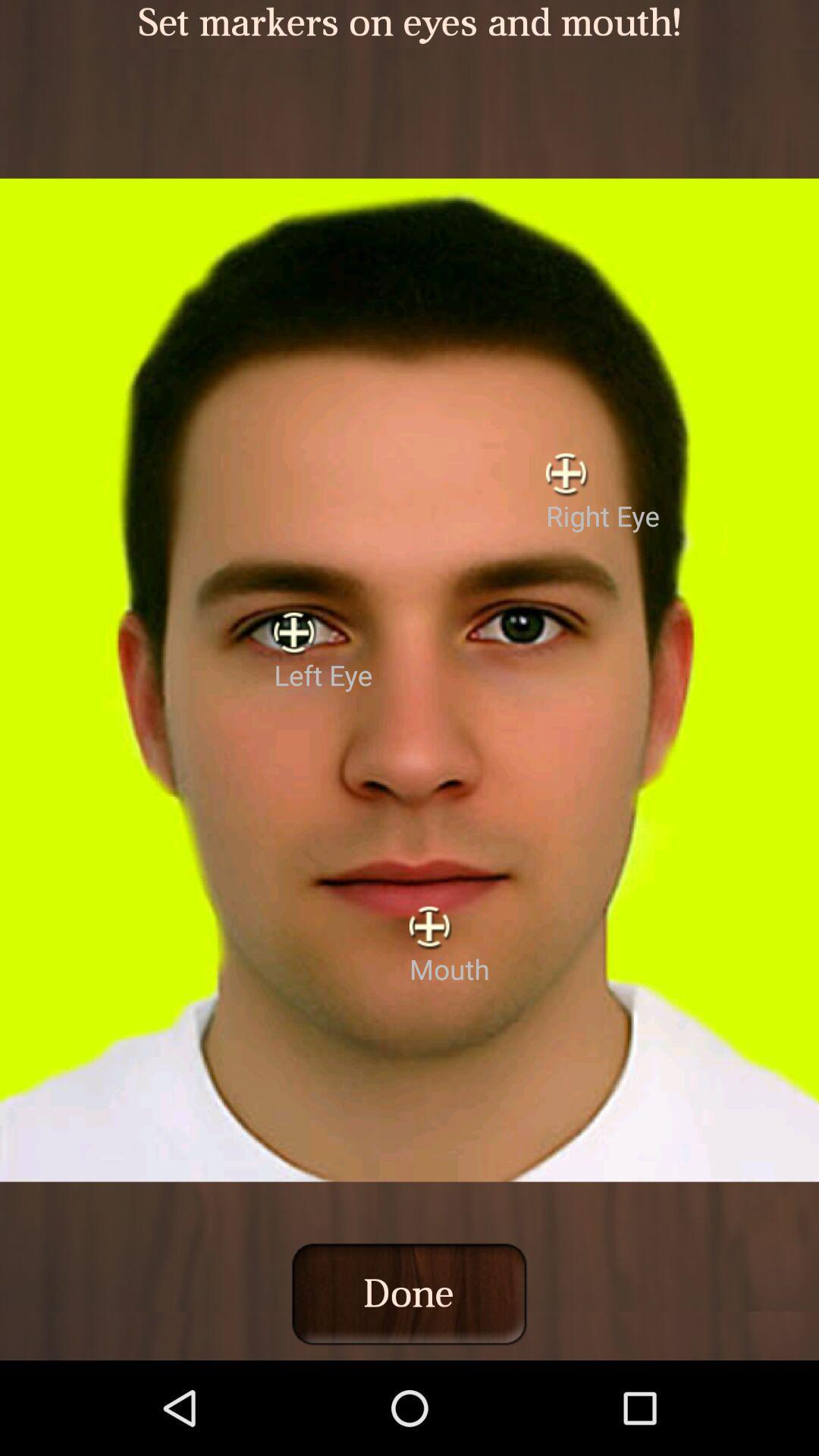  I want to click on the done at the bottom, so click(408, 1293).